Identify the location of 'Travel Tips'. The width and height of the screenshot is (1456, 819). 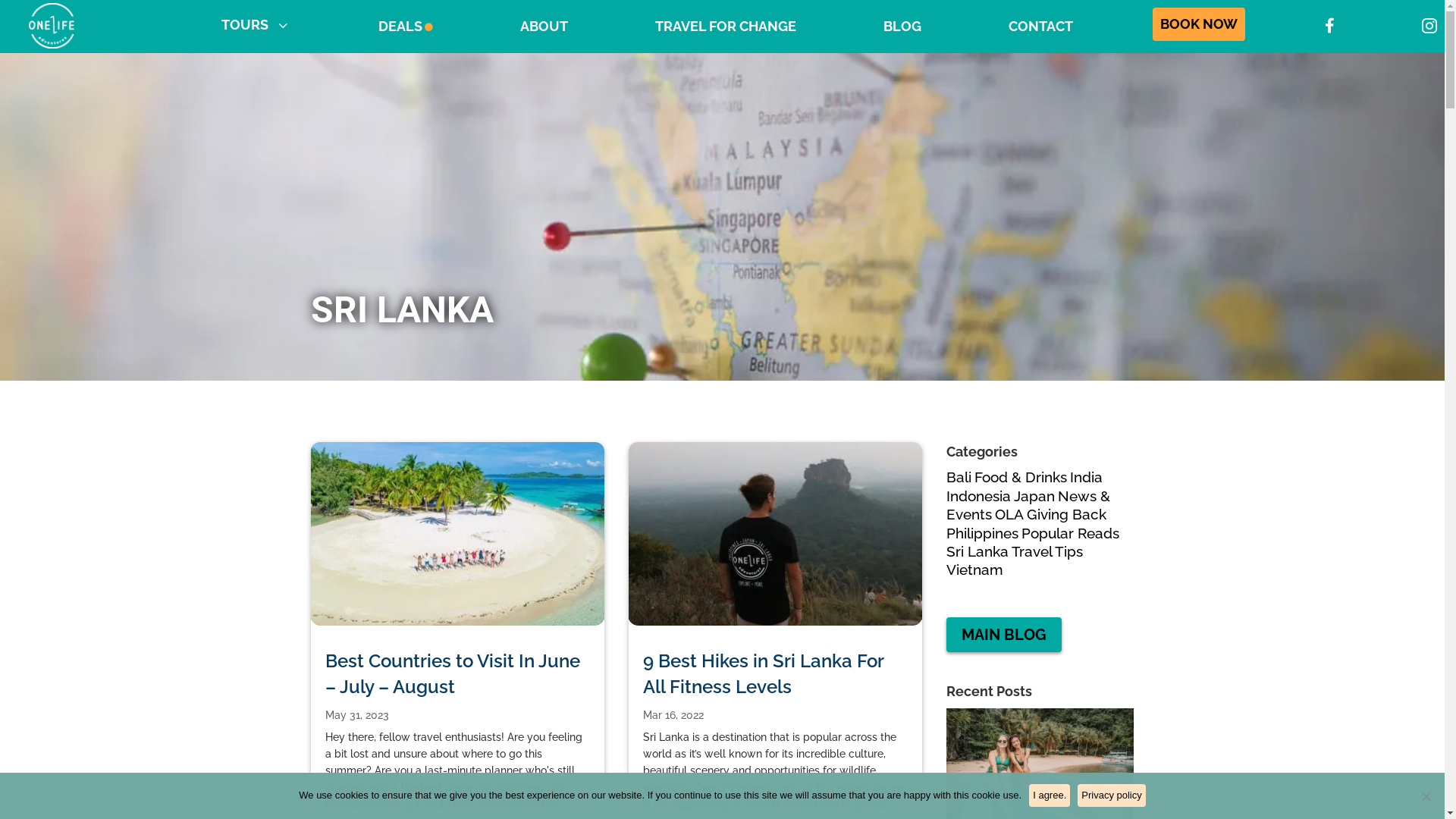
(1046, 551).